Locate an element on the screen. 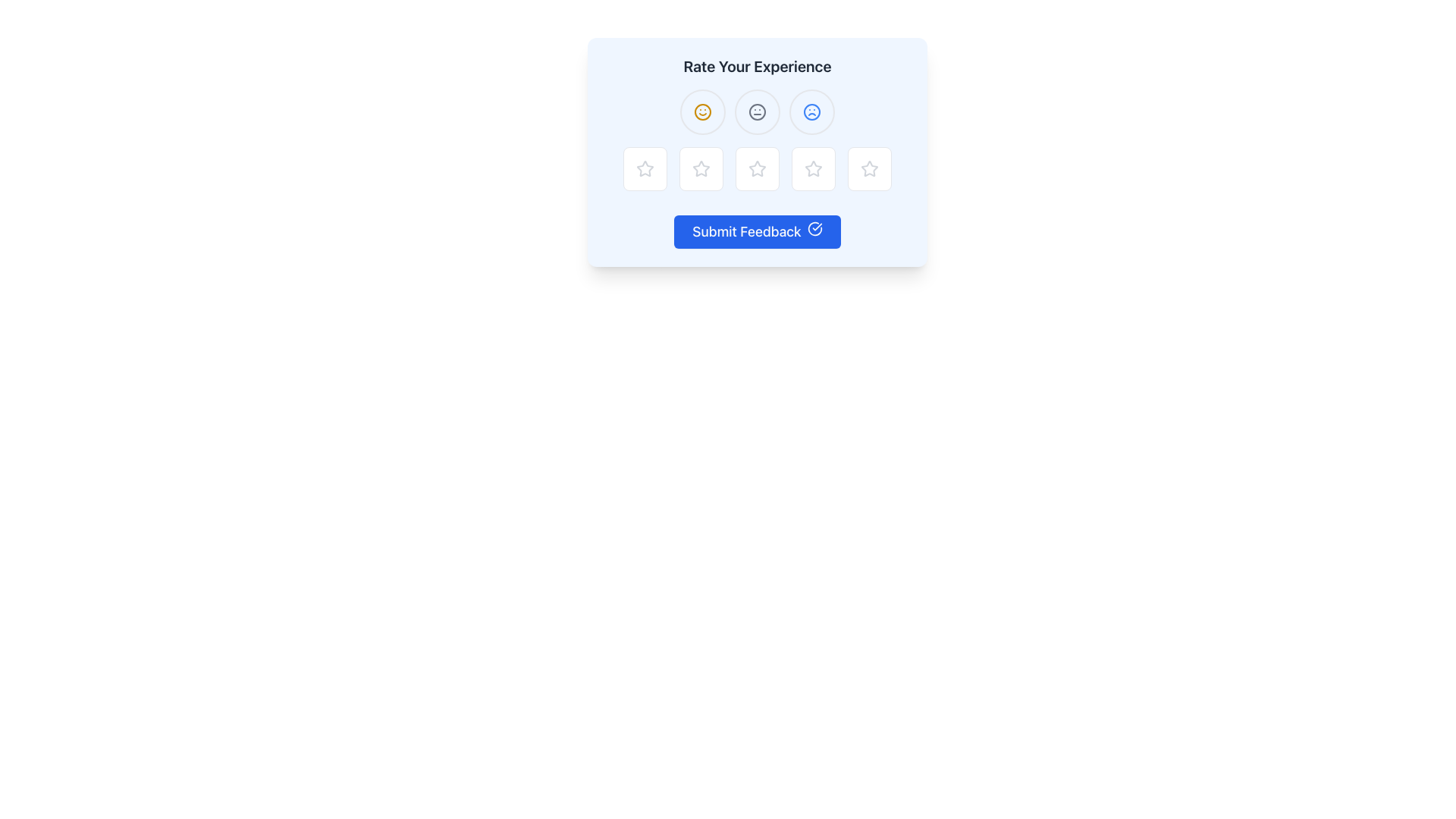  the circular blue button with a frown icon, which is the rightmost option in a group of three buttons representing a satisfaction rating scale is located at coordinates (811, 111).